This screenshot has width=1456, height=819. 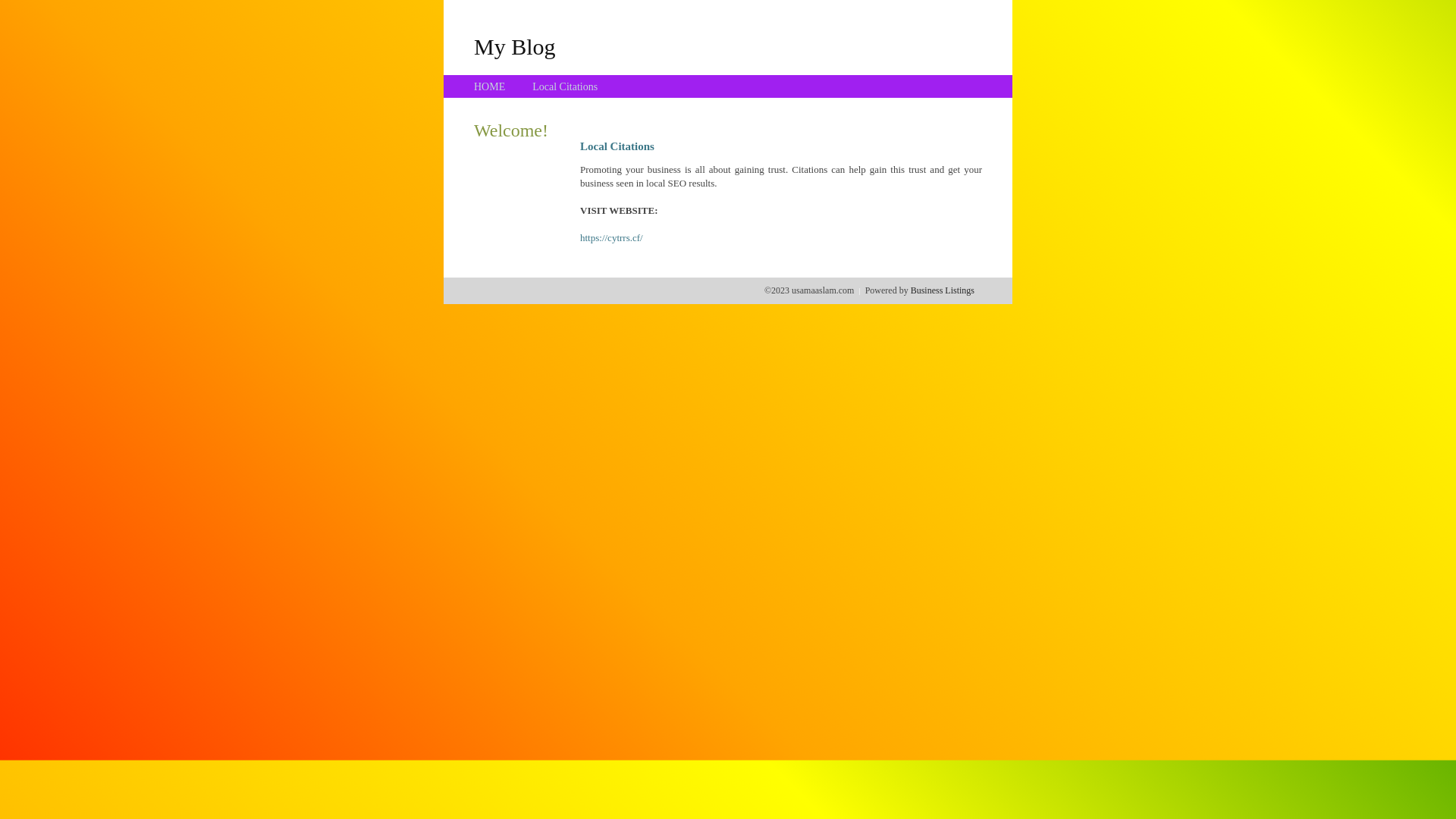 I want to click on 'https://cytrrs.cf/', so click(x=611, y=237).